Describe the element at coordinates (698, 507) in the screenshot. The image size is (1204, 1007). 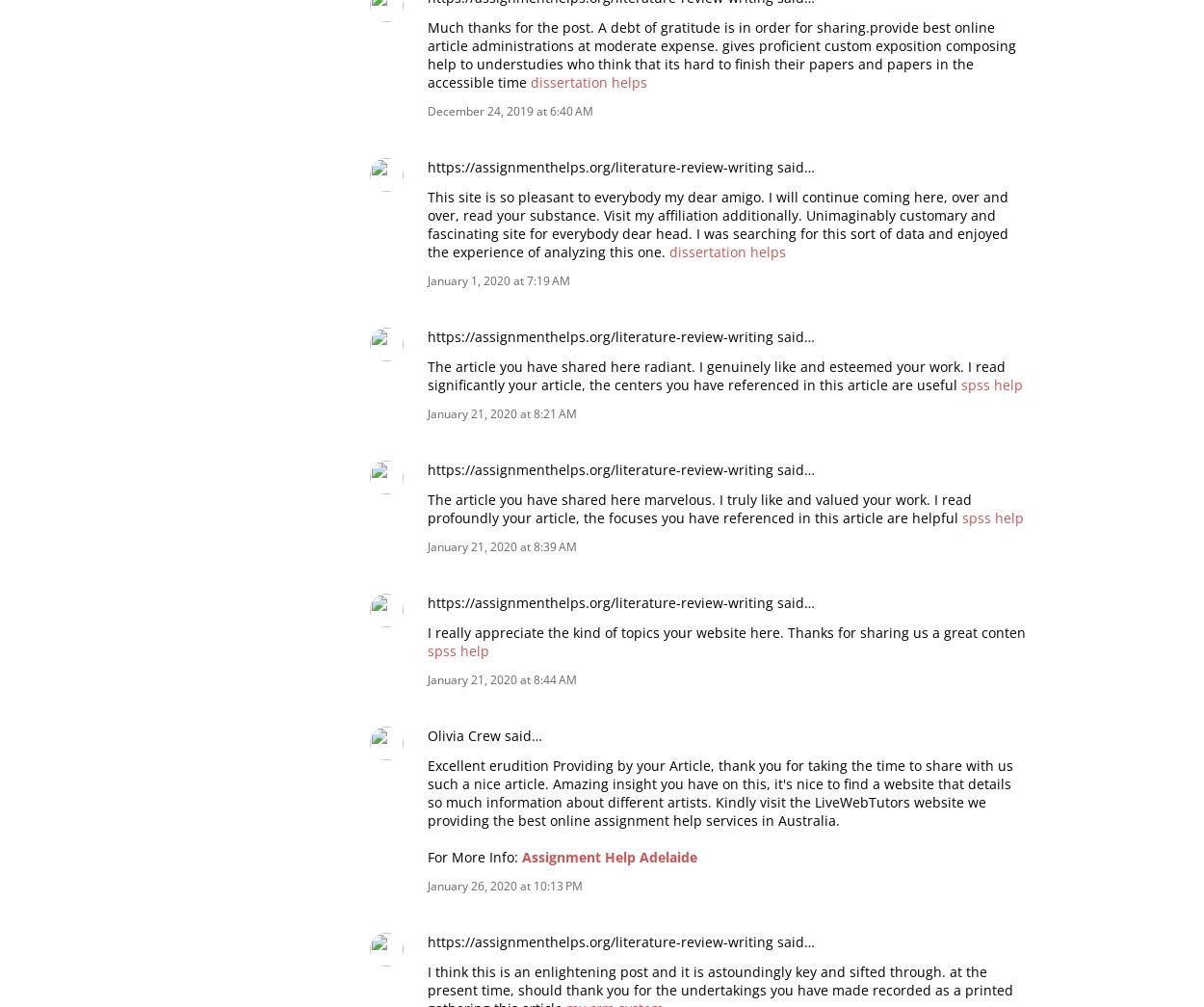
I see `'The article you have shared here marvelous. I truly like and valued your work. I read profoundly your article, the focuses you have referenced in this article are helpful'` at that location.